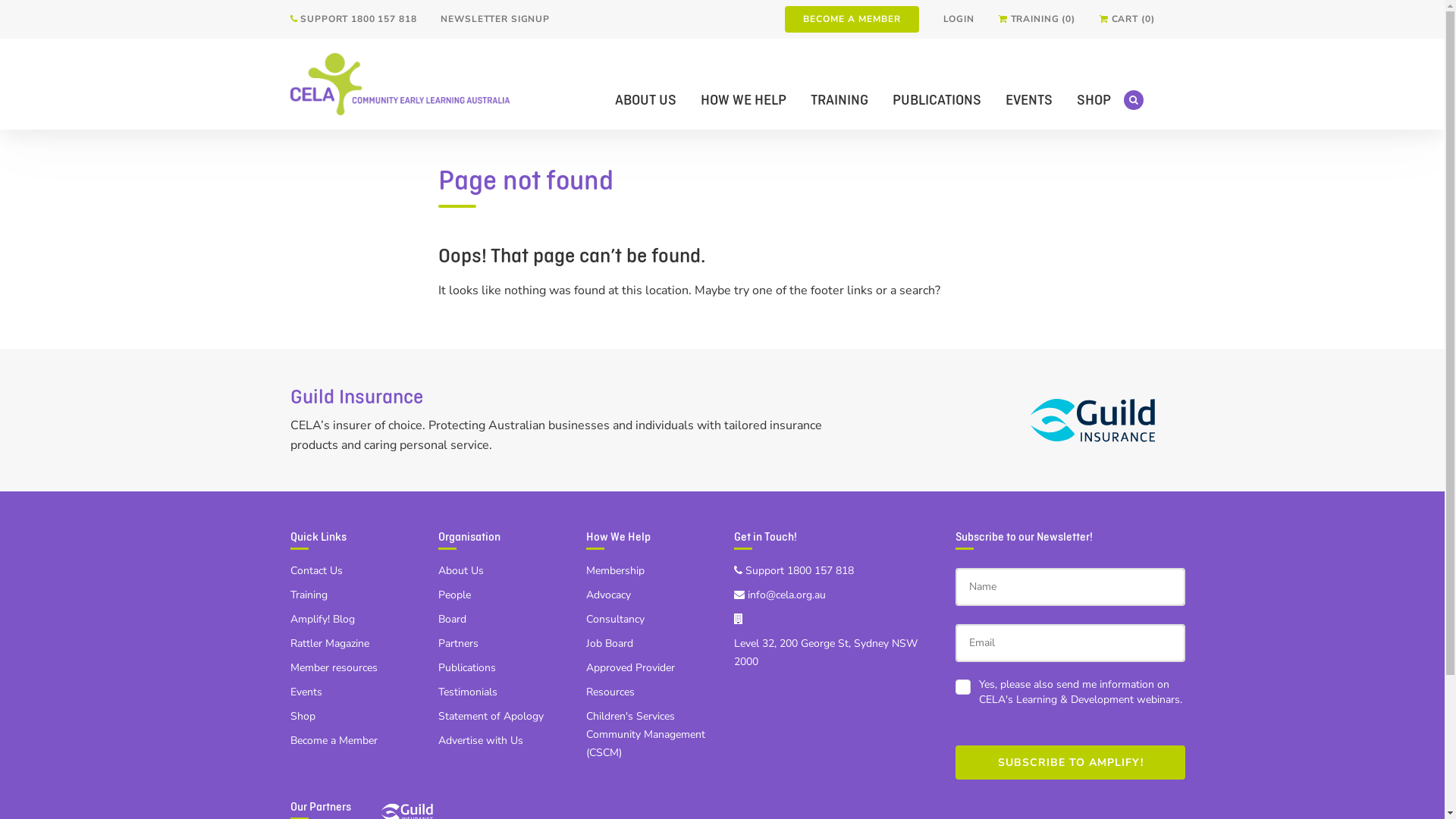 This screenshot has width=1456, height=819. Describe the element at coordinates (1094, 99) in the screenshot. I see `'SHOP'` at that location.